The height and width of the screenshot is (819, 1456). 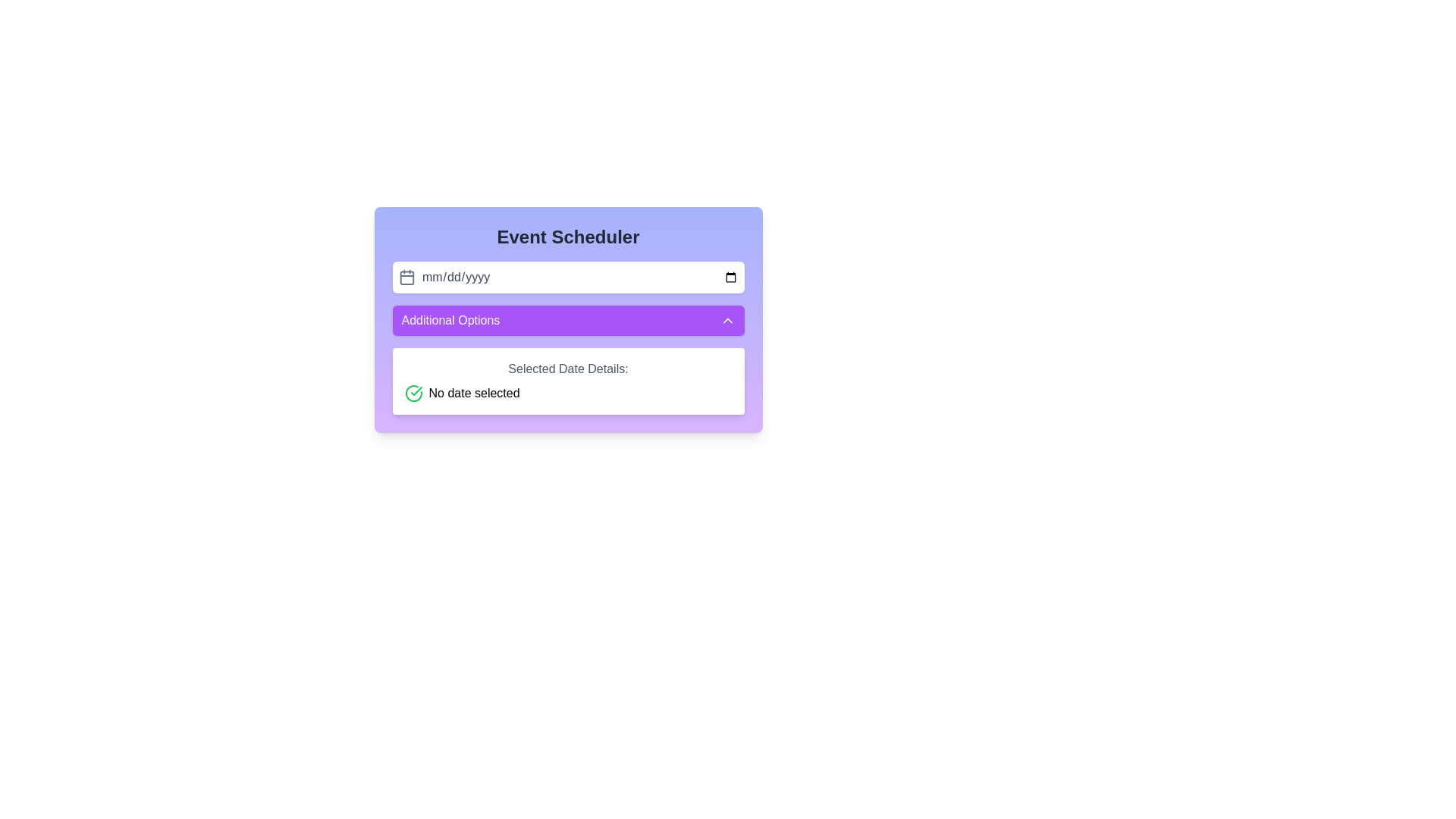 I want to click on the Text Label that serves as a title for the section indicating the purpose of the information below it, located above the 'No date selected' text, so click(x=567, y=369).